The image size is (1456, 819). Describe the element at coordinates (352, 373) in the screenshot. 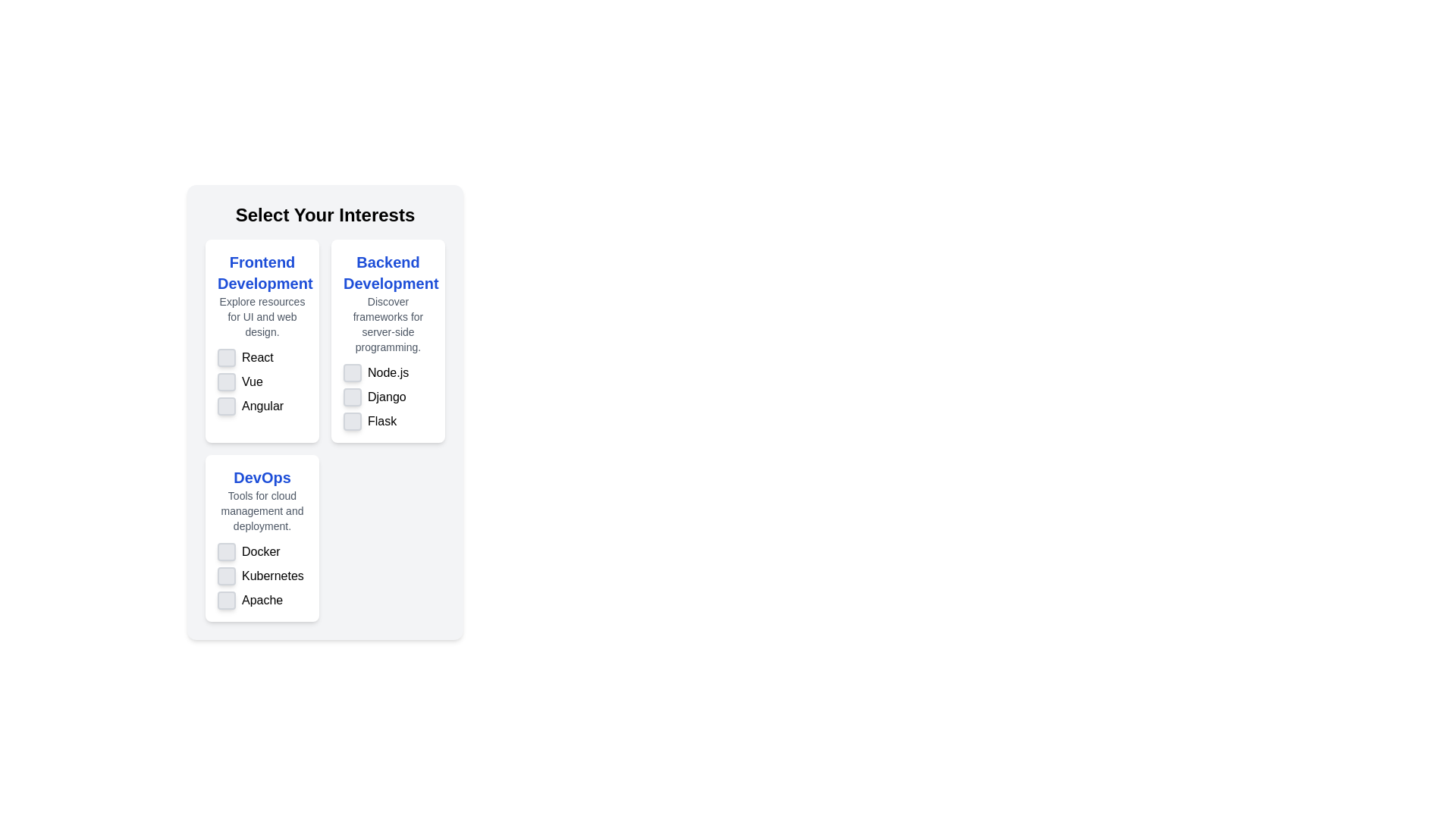

I see `the checkbox for 'Node.js' located in the 'Backend Development' column under 'Select Your Interests'` at that location.